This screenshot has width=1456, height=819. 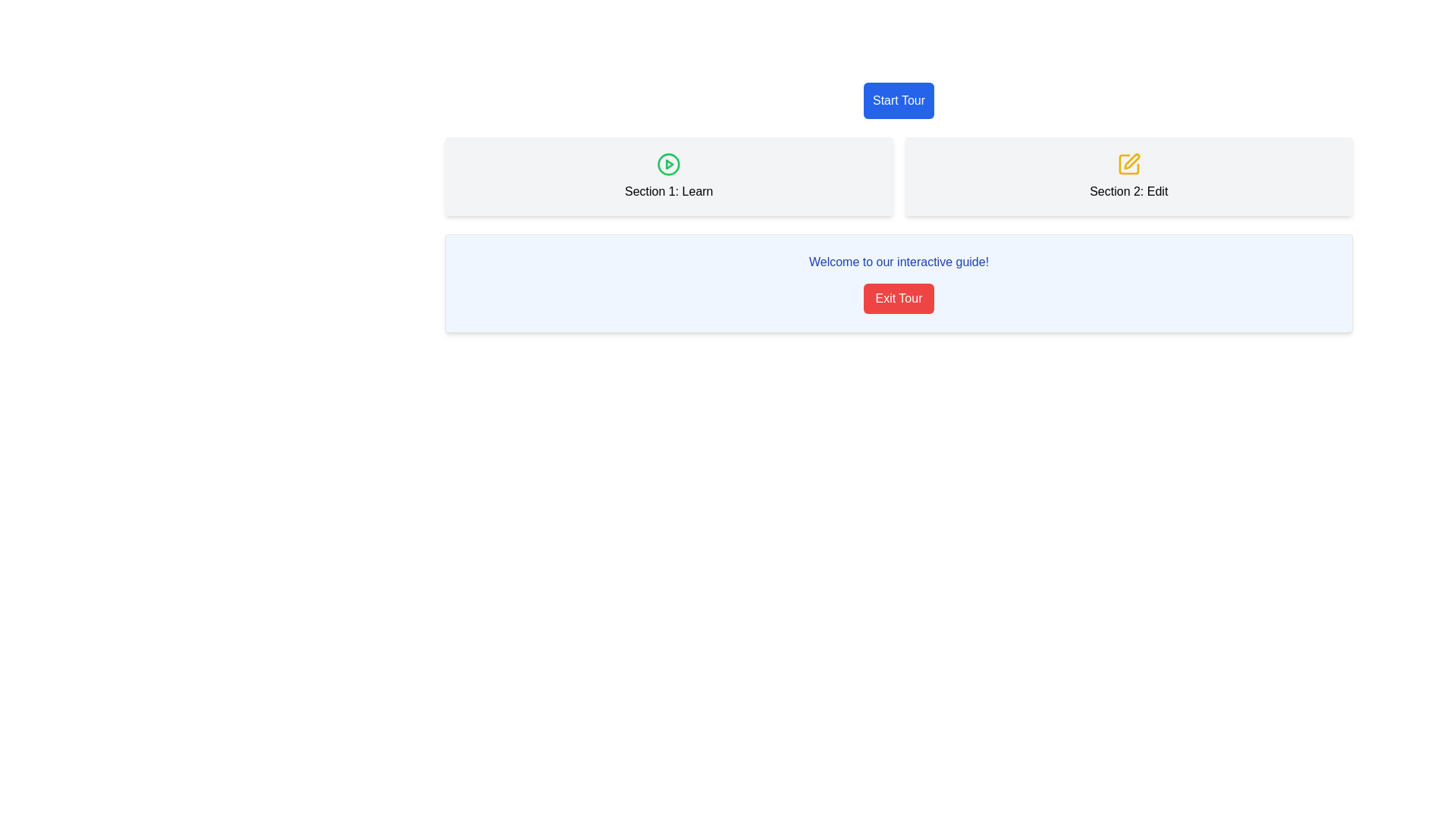 I want to click on the decorative green stroke circle element located in the upper-middle part of the interface within the 'Section 1: Learn' area, so click(x=668, y=164).